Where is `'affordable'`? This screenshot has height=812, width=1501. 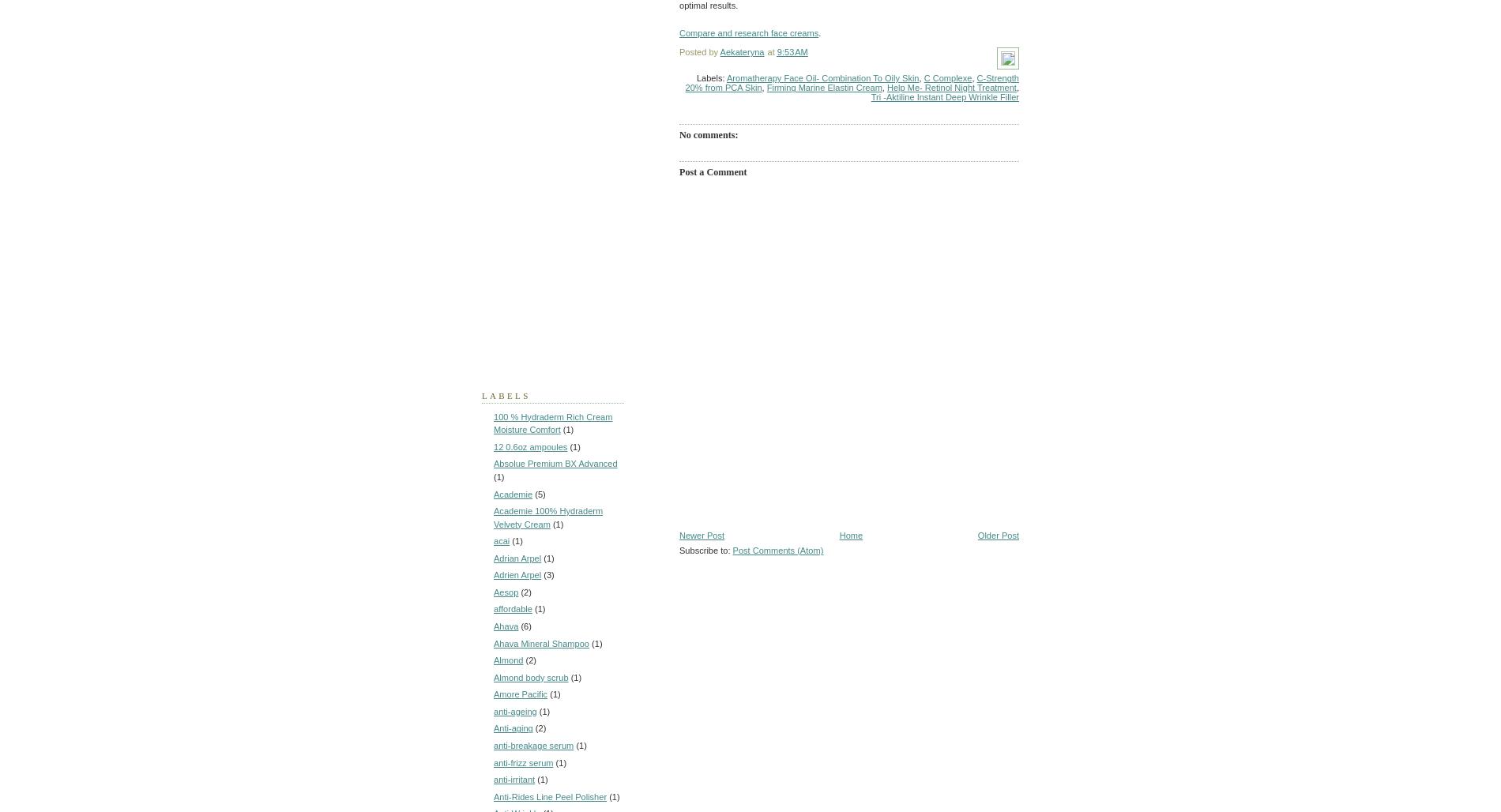 'affordable' is located at coordinates (513, 609).